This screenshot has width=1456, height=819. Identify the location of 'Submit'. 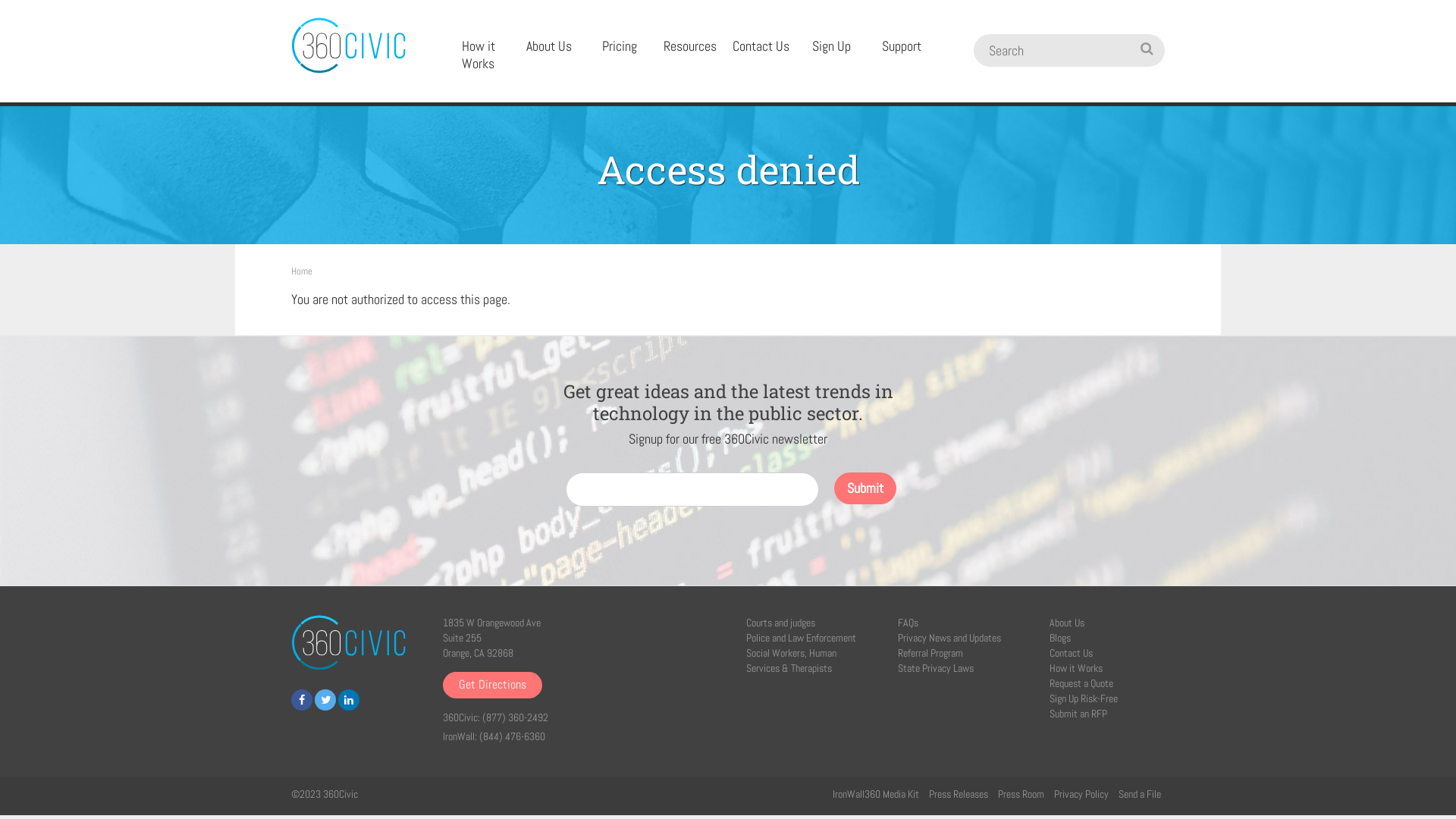
(865, 488).